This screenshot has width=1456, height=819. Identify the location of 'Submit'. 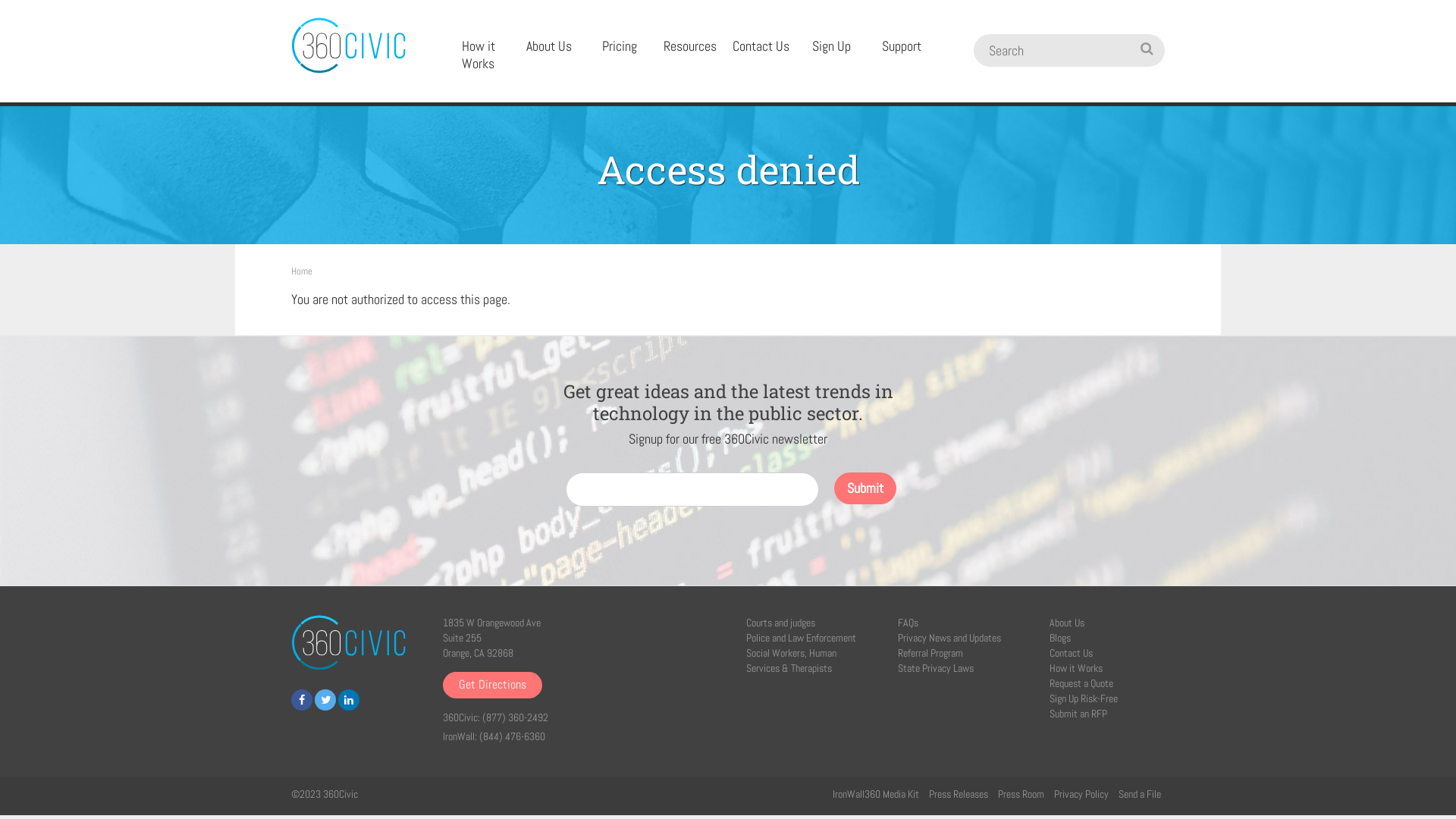
(865, 488).